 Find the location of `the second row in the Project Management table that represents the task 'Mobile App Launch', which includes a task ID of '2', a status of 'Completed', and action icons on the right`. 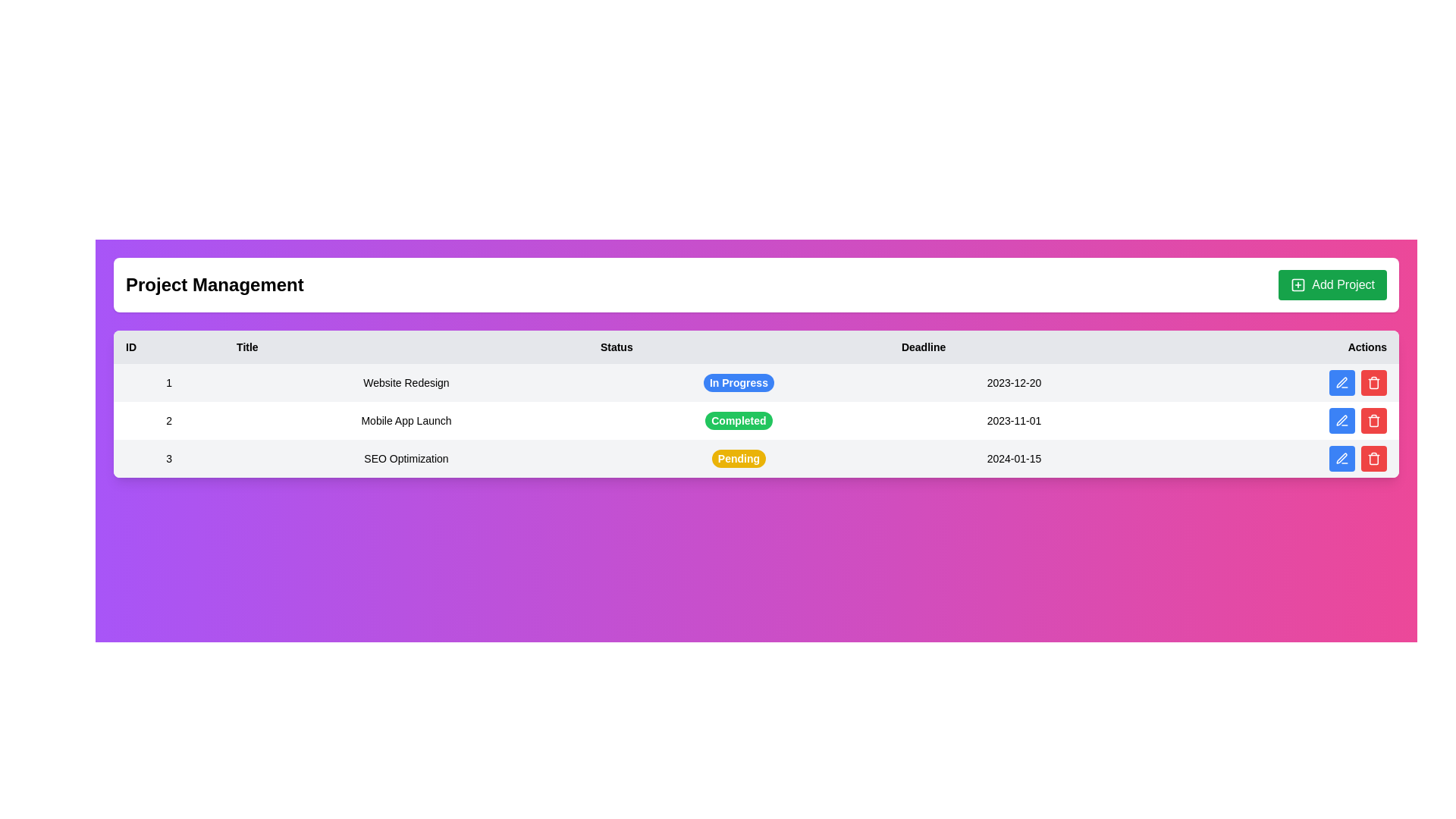

the second row in the Project Management table that represents the task 'Mobile App Launch', which includes a task ID of '2', a status of 'Completed', and action icons on the right is located at coordinates (756, 421).